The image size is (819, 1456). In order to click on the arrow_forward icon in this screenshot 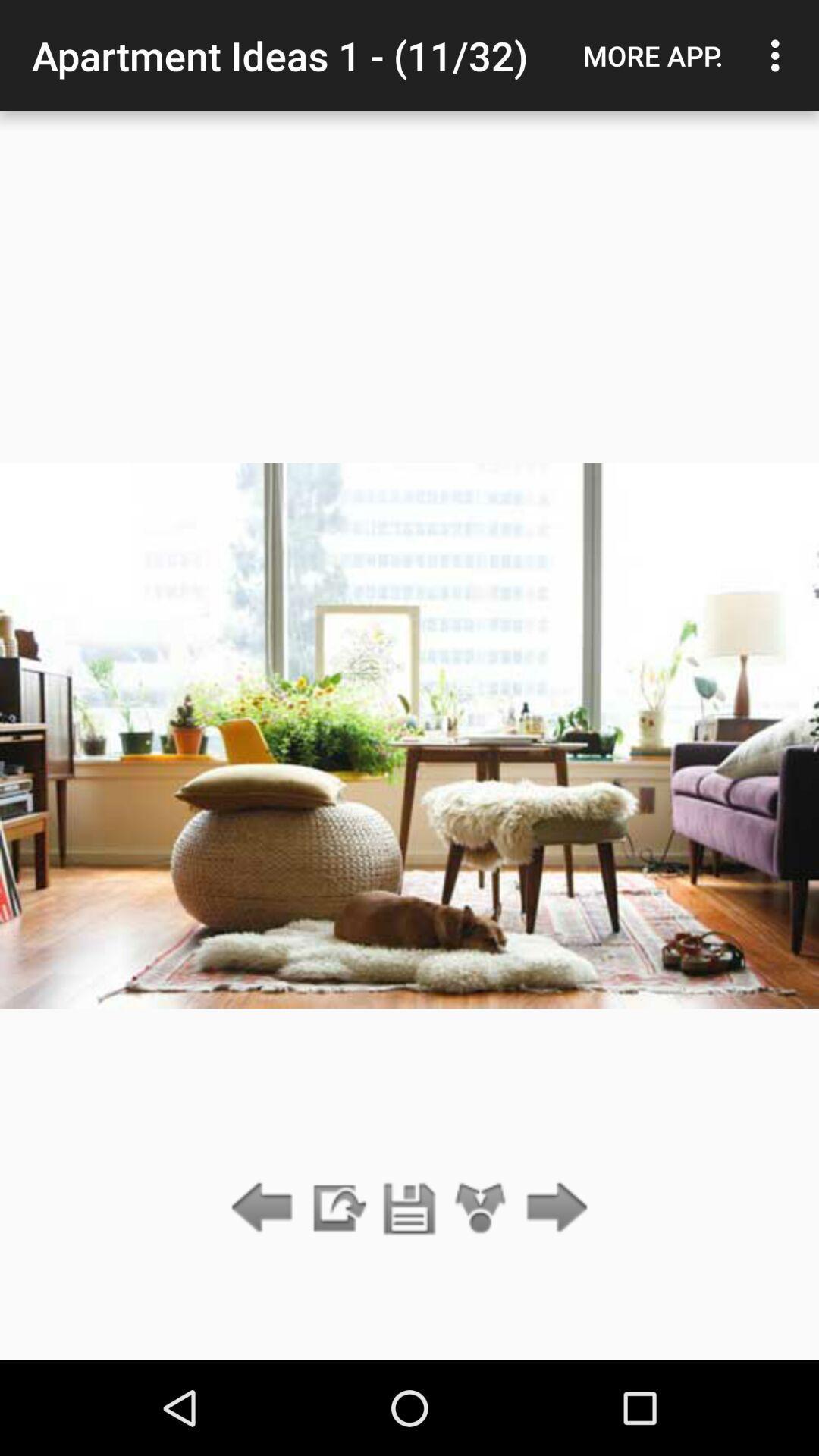, I will do `click(553, 1208)`.